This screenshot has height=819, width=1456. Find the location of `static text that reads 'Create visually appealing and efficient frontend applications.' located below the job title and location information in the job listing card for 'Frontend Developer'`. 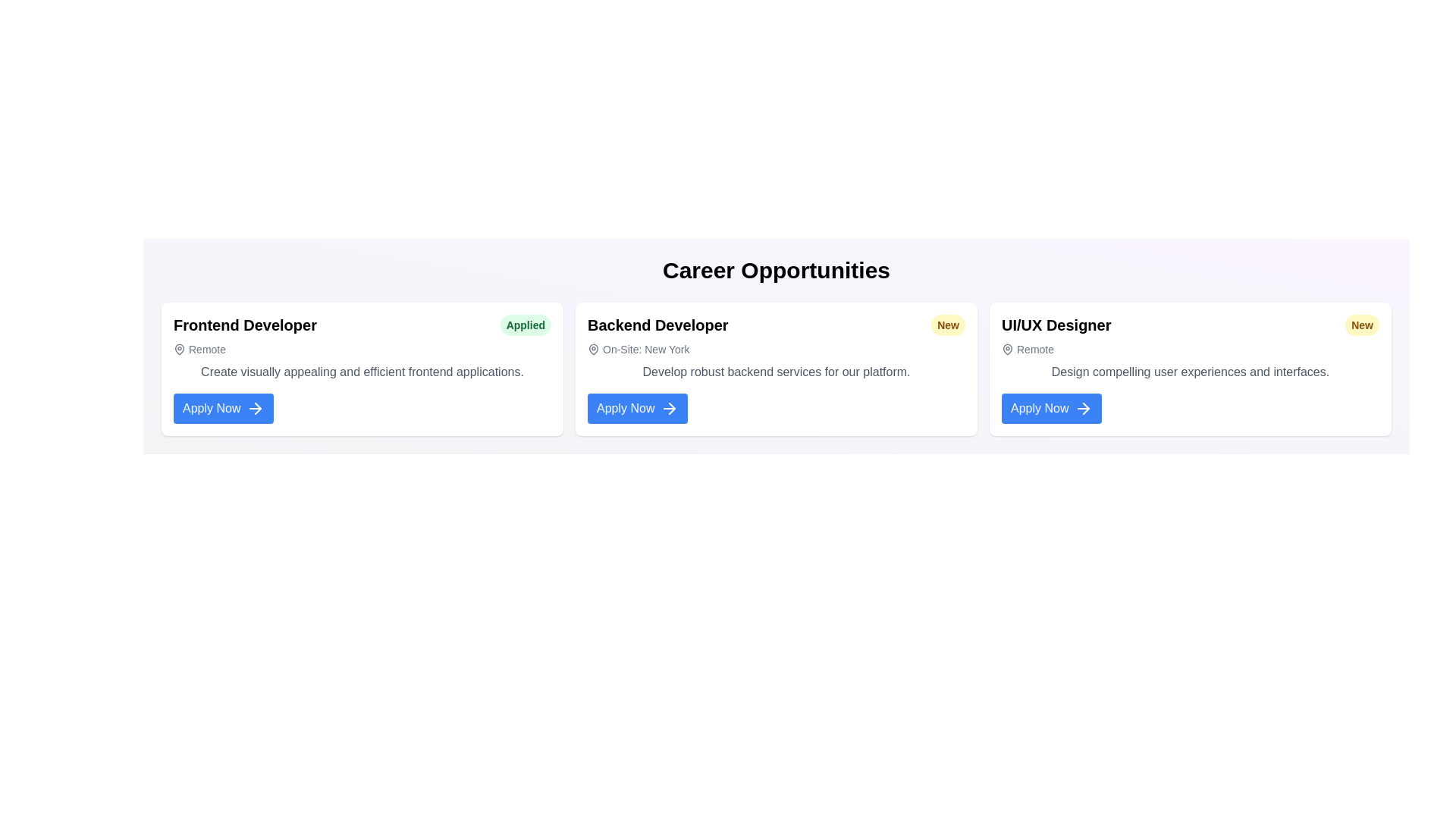

static text that reads 'Create visually appealing and efficient frontend applications.' located below the job title and location information in the job listing card for 'Frontend Developer' is located at coordinates (362, 372).